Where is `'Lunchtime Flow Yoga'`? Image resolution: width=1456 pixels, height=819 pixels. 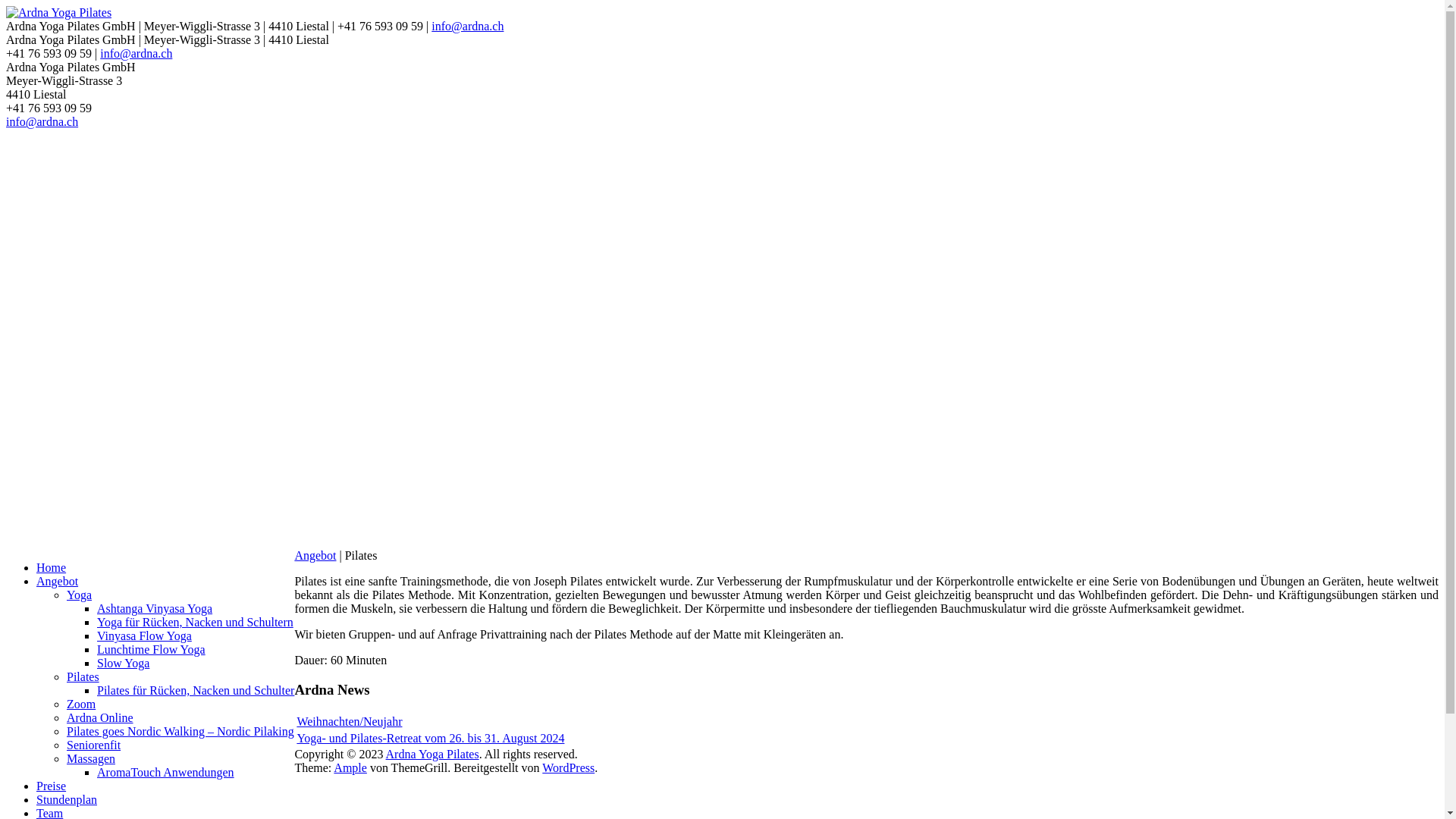
'Lunchtime Flow Yoga' is located at coordinates (151, 648).